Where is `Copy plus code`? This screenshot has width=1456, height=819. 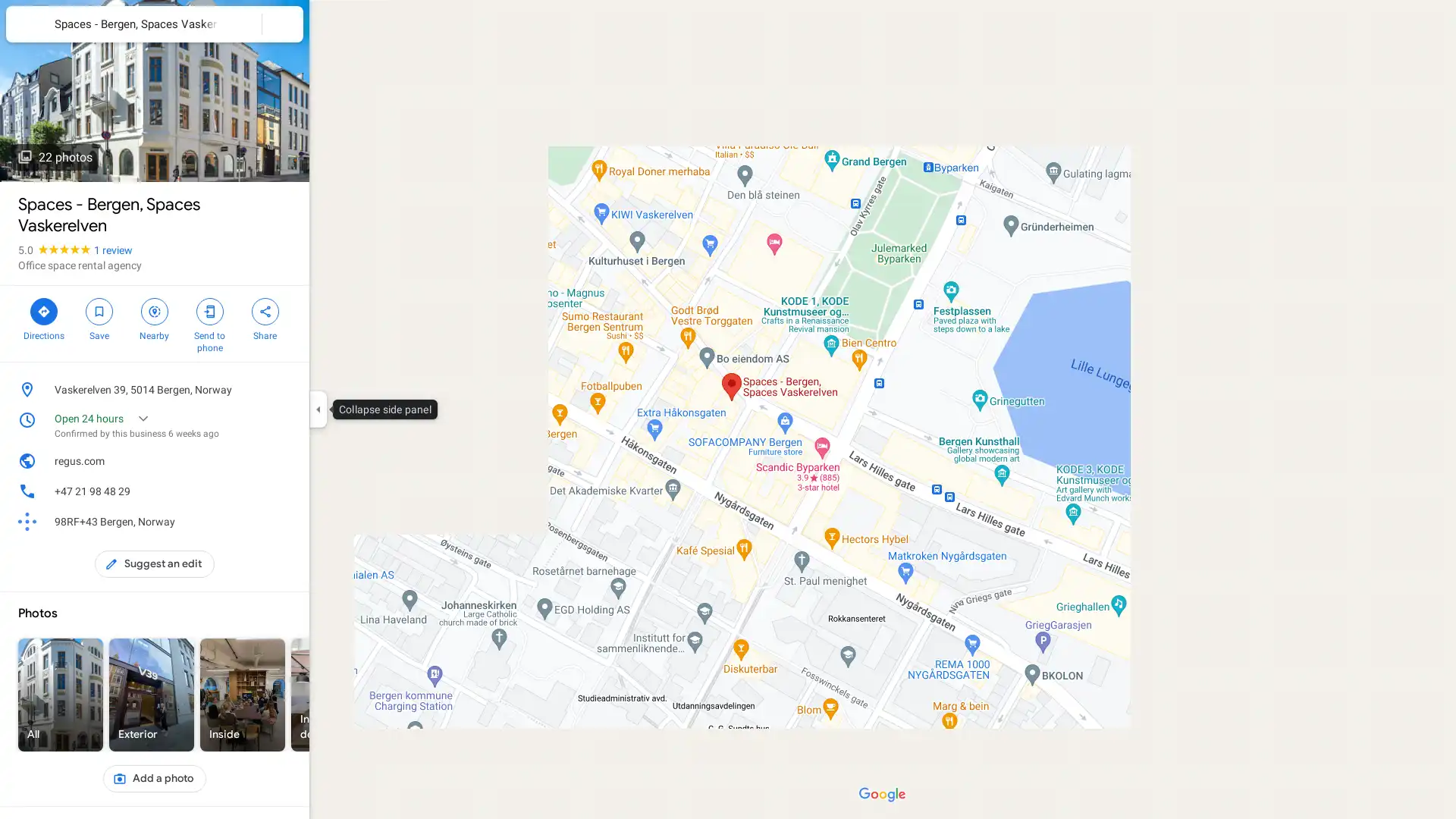
Copy plus code is located at coordinates (261, 520).